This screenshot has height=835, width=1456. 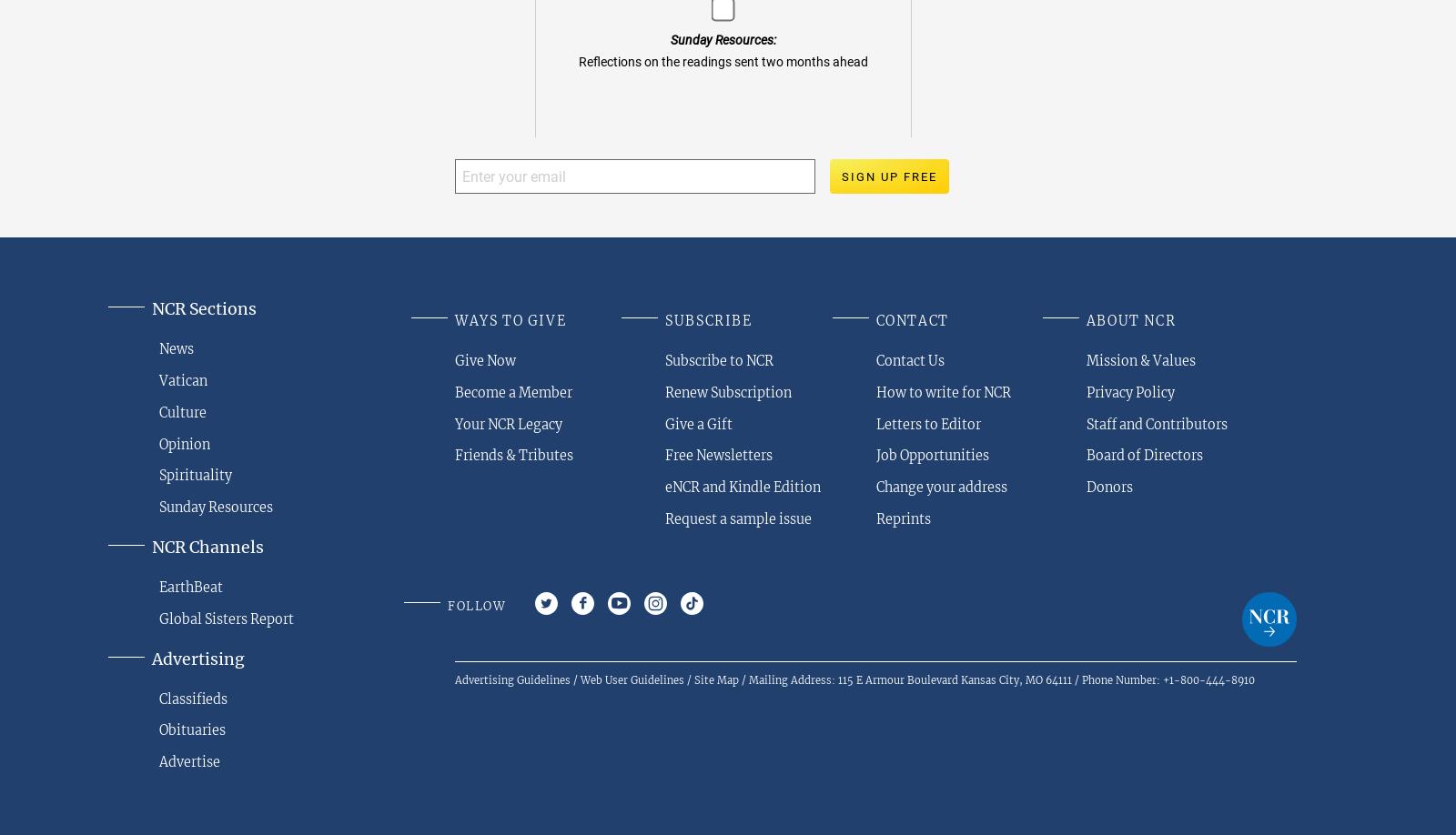 What do you see at coordinates (192, 729) in the screenshot?
I see `'Obituaries'` at bounding box center [192, 729].